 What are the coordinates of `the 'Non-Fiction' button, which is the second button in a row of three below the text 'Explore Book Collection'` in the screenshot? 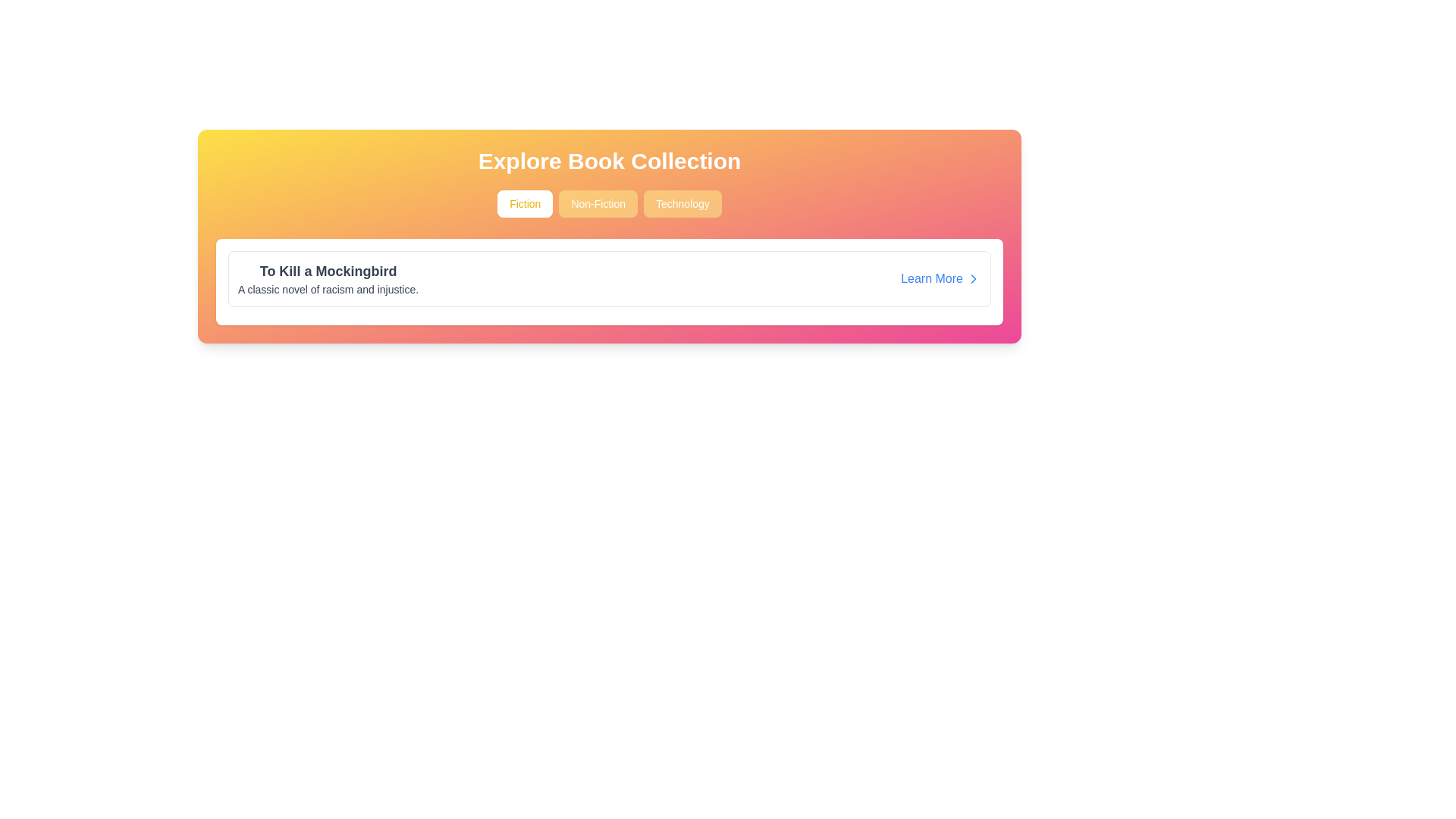 It's located at (610, 203).